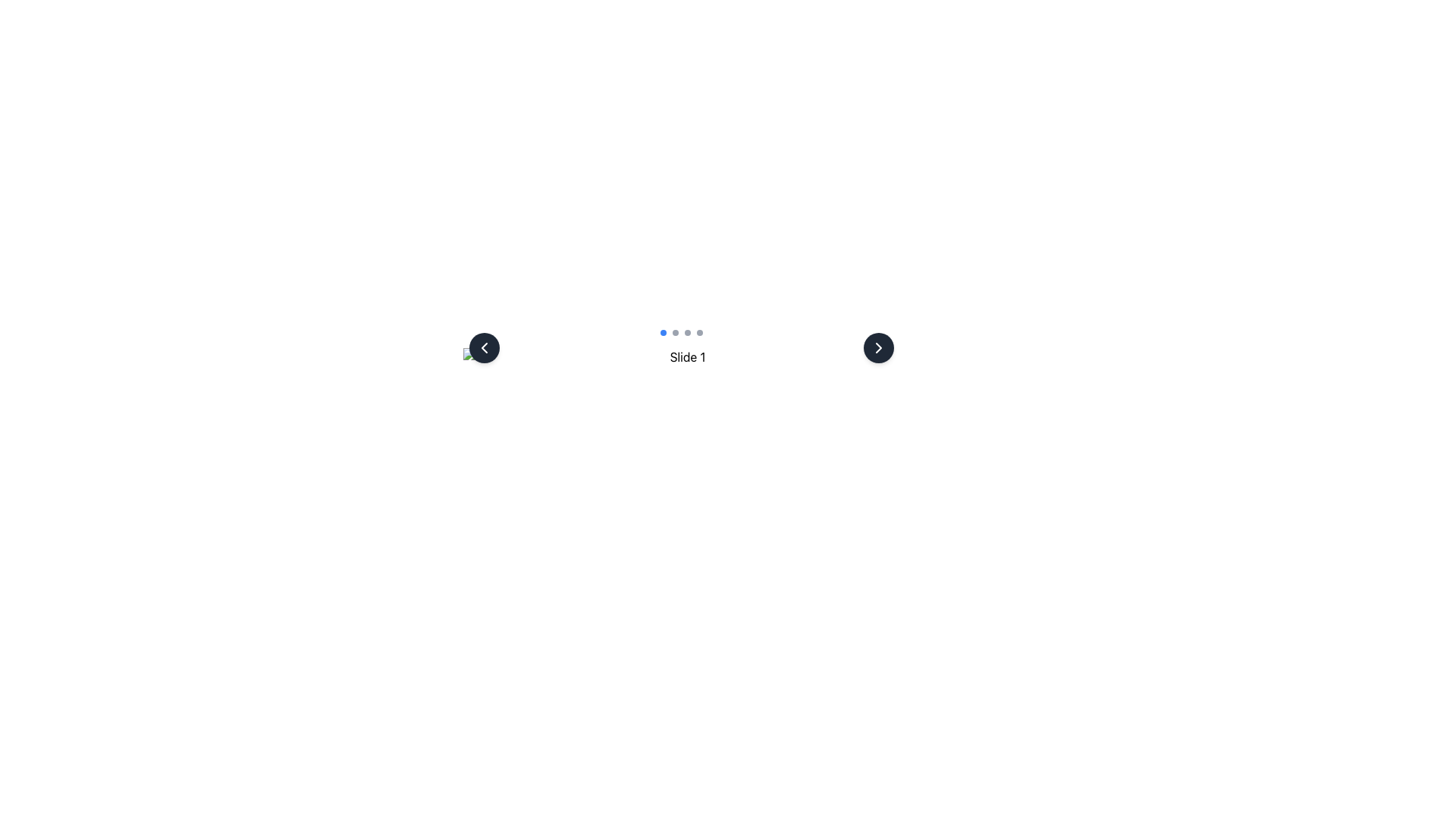 Image resolution: width=1456 pixels, height=819 pixels. I want to click on the rightward arrow icon located within the circular navigation button at the rightmost side of the interface, so click(878, 348).